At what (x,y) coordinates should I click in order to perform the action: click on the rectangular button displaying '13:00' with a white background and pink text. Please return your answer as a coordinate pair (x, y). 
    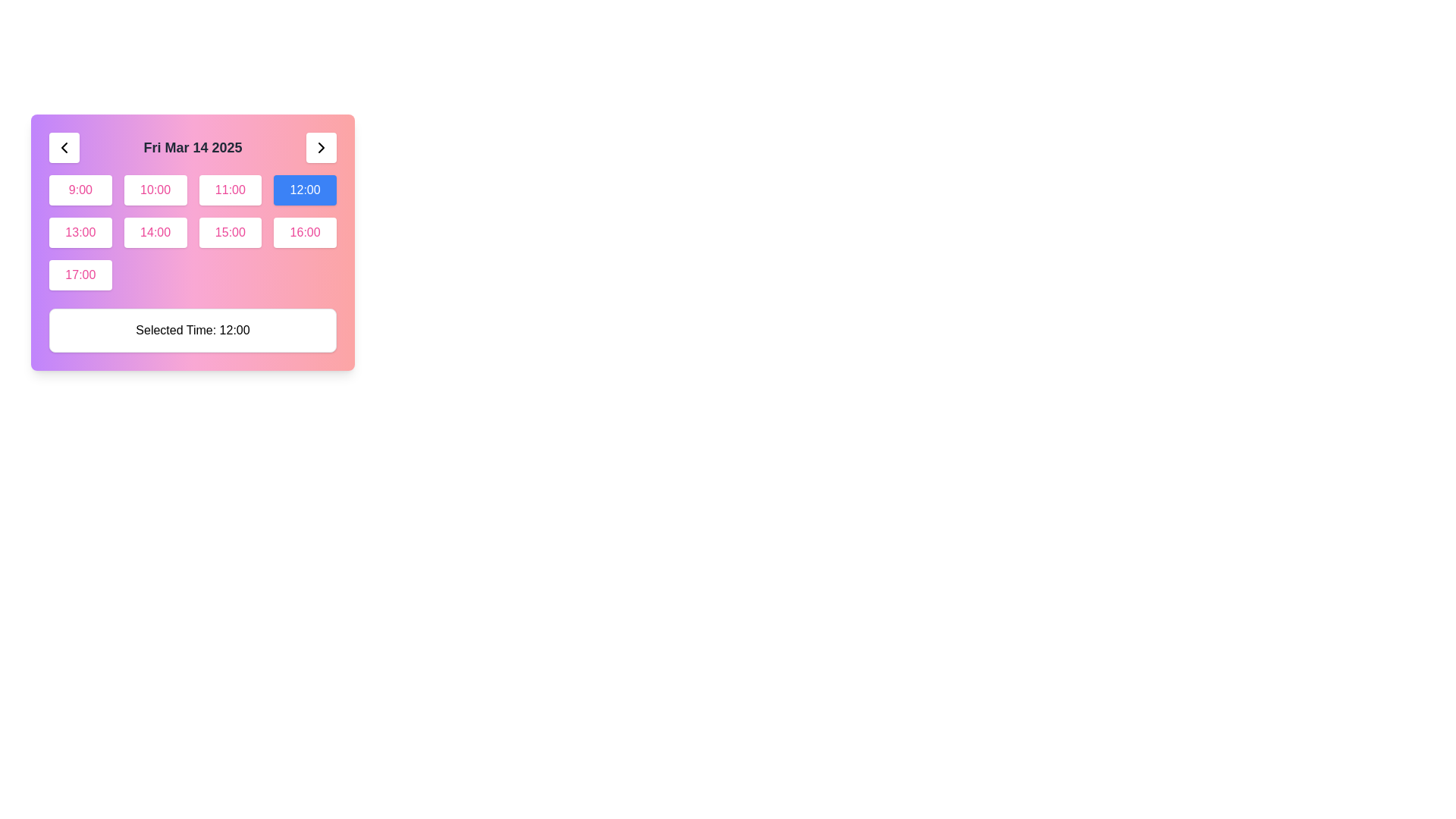
    Looking at the image, I should click on (80, 233).